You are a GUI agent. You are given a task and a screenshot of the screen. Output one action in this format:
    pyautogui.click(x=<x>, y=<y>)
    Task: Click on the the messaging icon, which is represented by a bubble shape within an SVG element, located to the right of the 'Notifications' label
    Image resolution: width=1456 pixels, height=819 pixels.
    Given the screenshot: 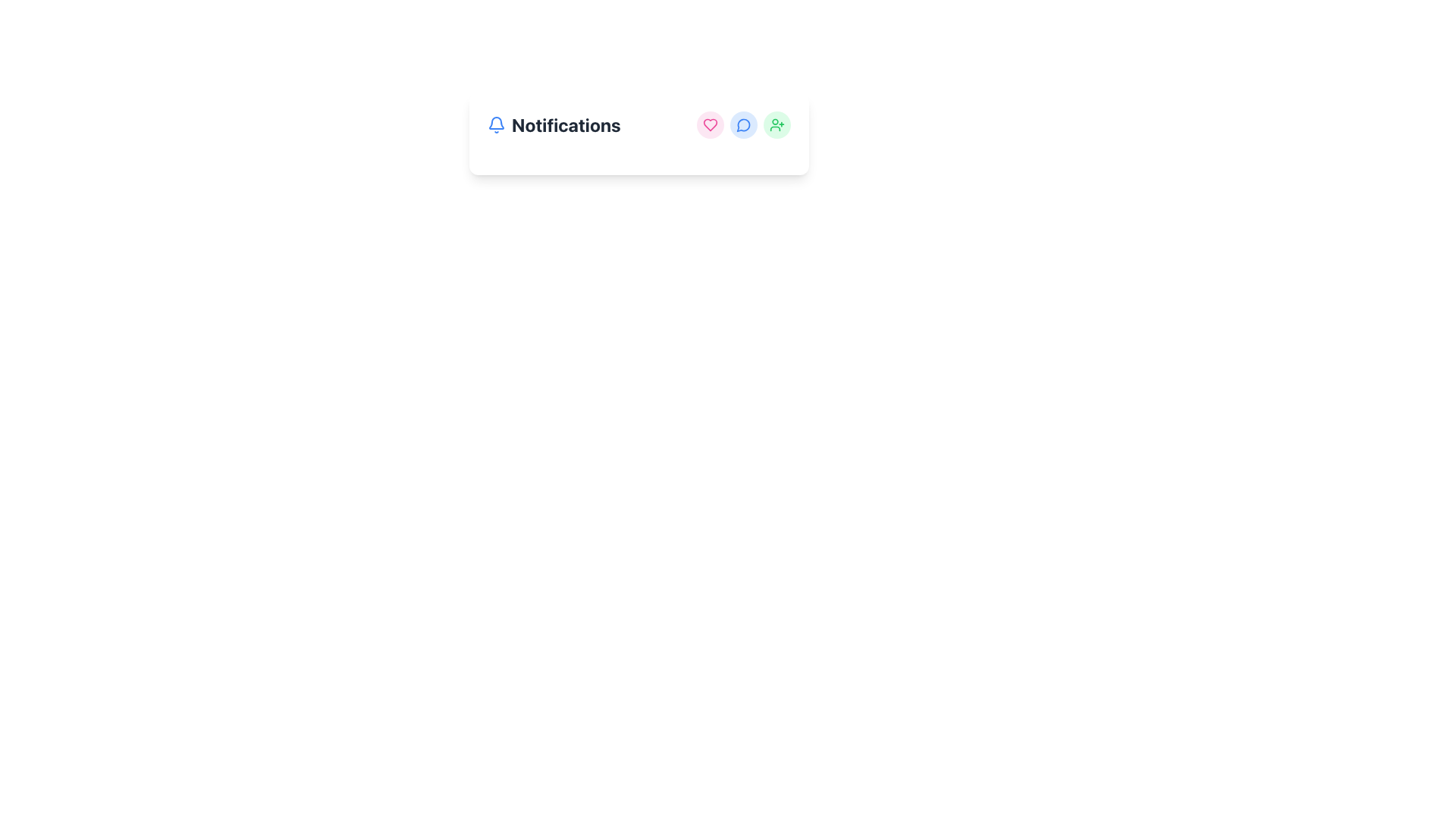 What is the action you would take?
    pyautogui.click(x=743, y=124)
    